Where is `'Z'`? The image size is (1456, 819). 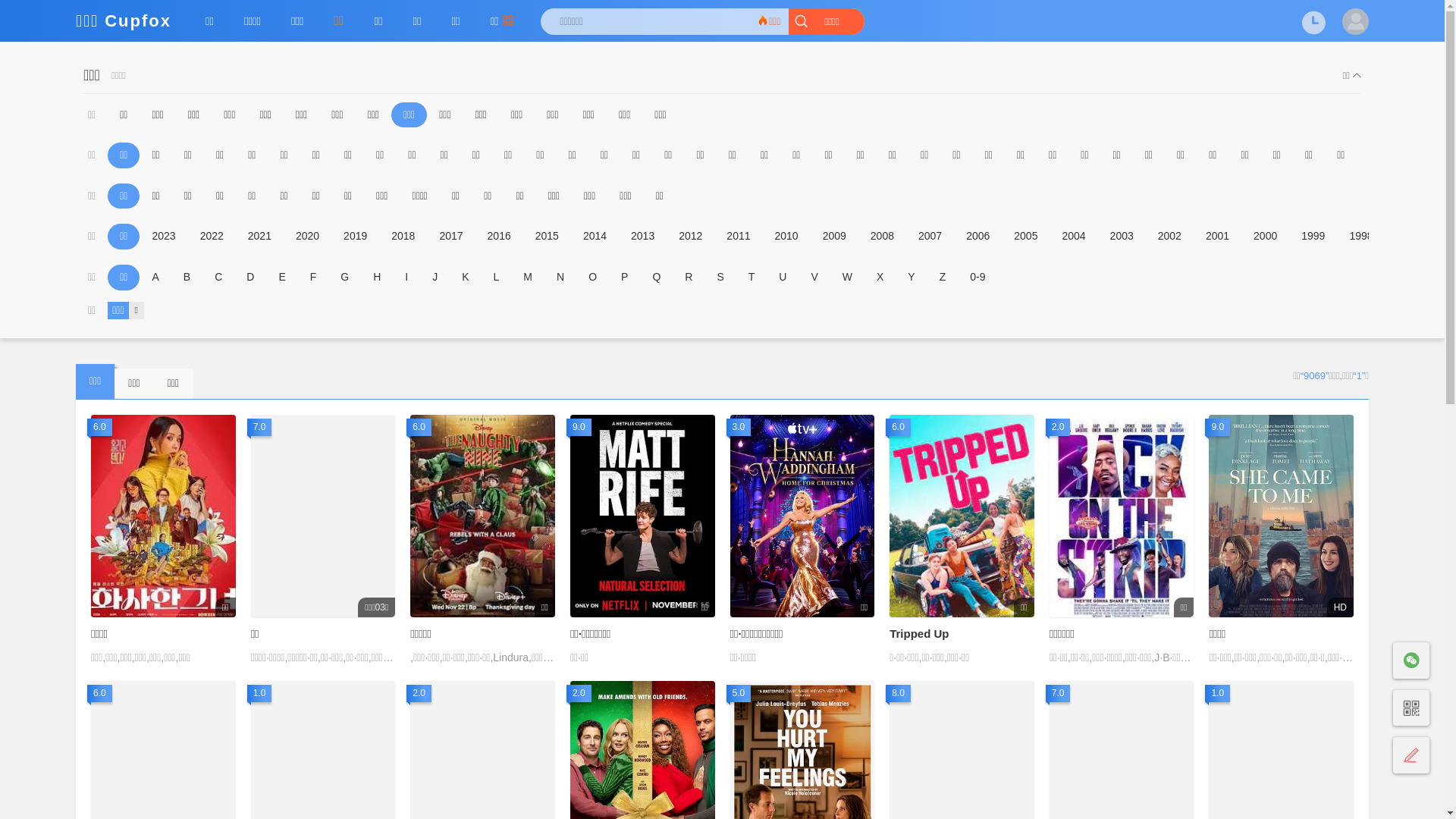 'Z' is located at coordinates (942, 278).